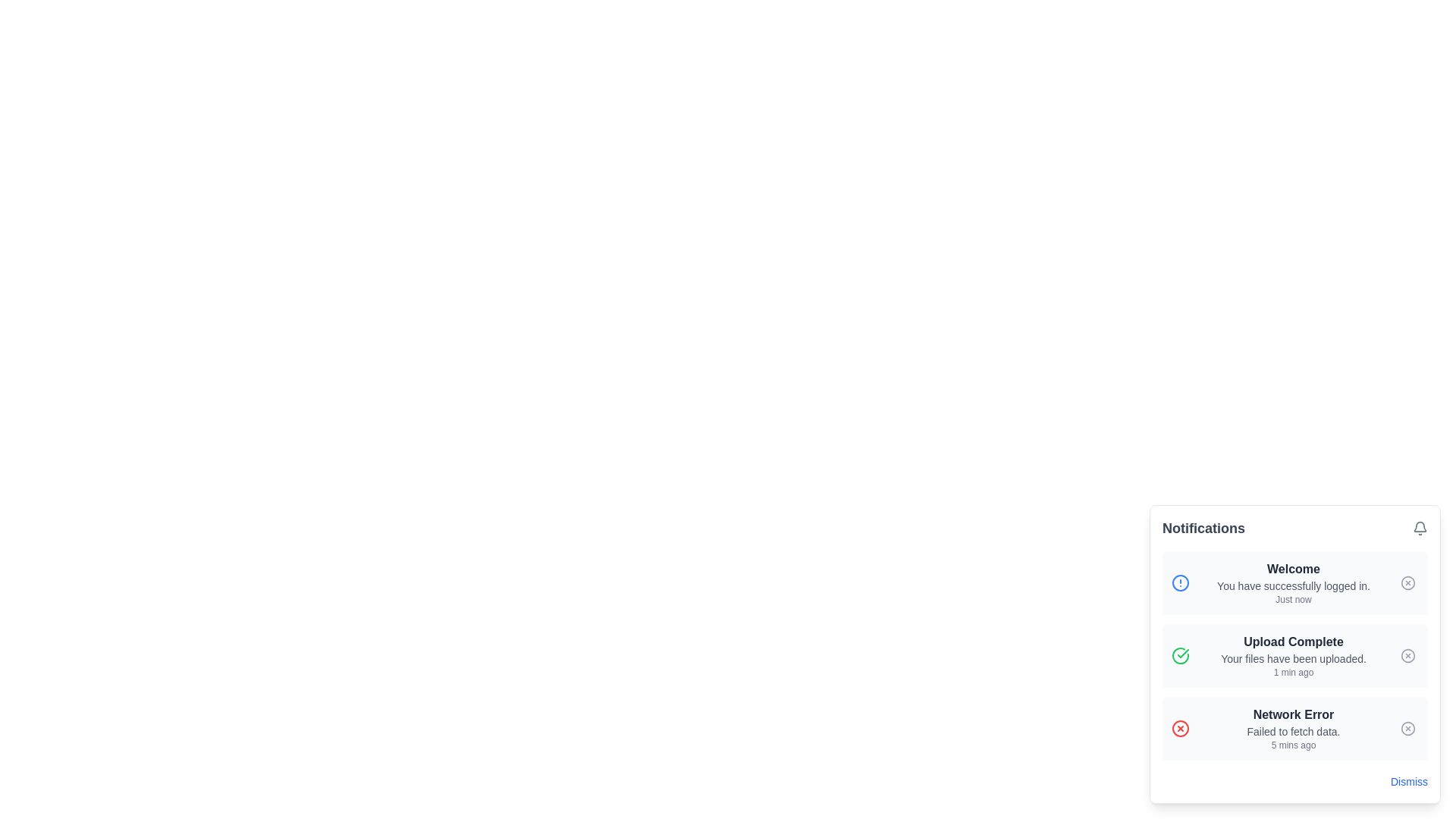 This screenshot has height=819, width=1456. What do you see at coordinates (1407, 582) in the screenshot?
I see `the close button located in the top-right corner of the notification card titled 'Welcome'` at bounding box center [1407, 582].